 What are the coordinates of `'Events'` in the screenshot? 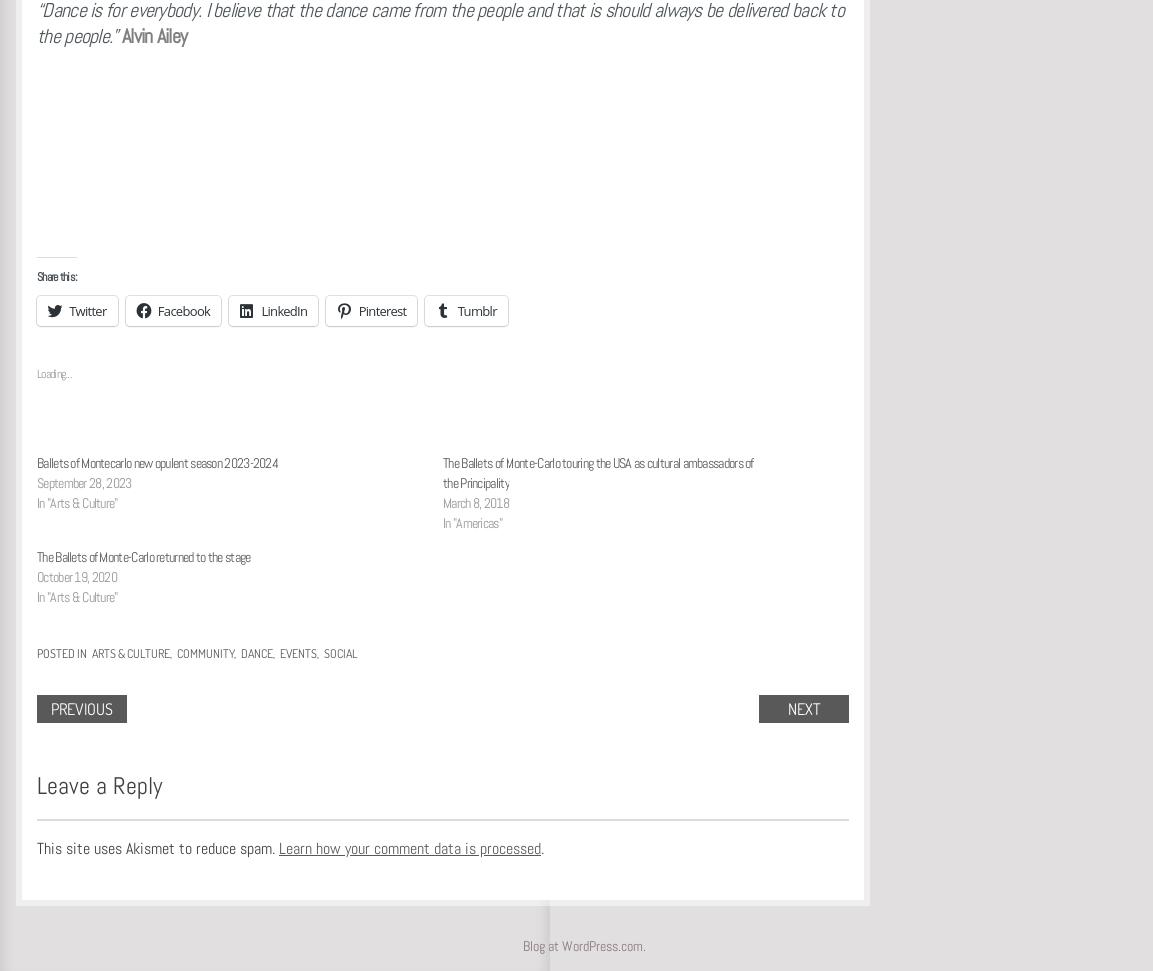 It's located at (297, 653).